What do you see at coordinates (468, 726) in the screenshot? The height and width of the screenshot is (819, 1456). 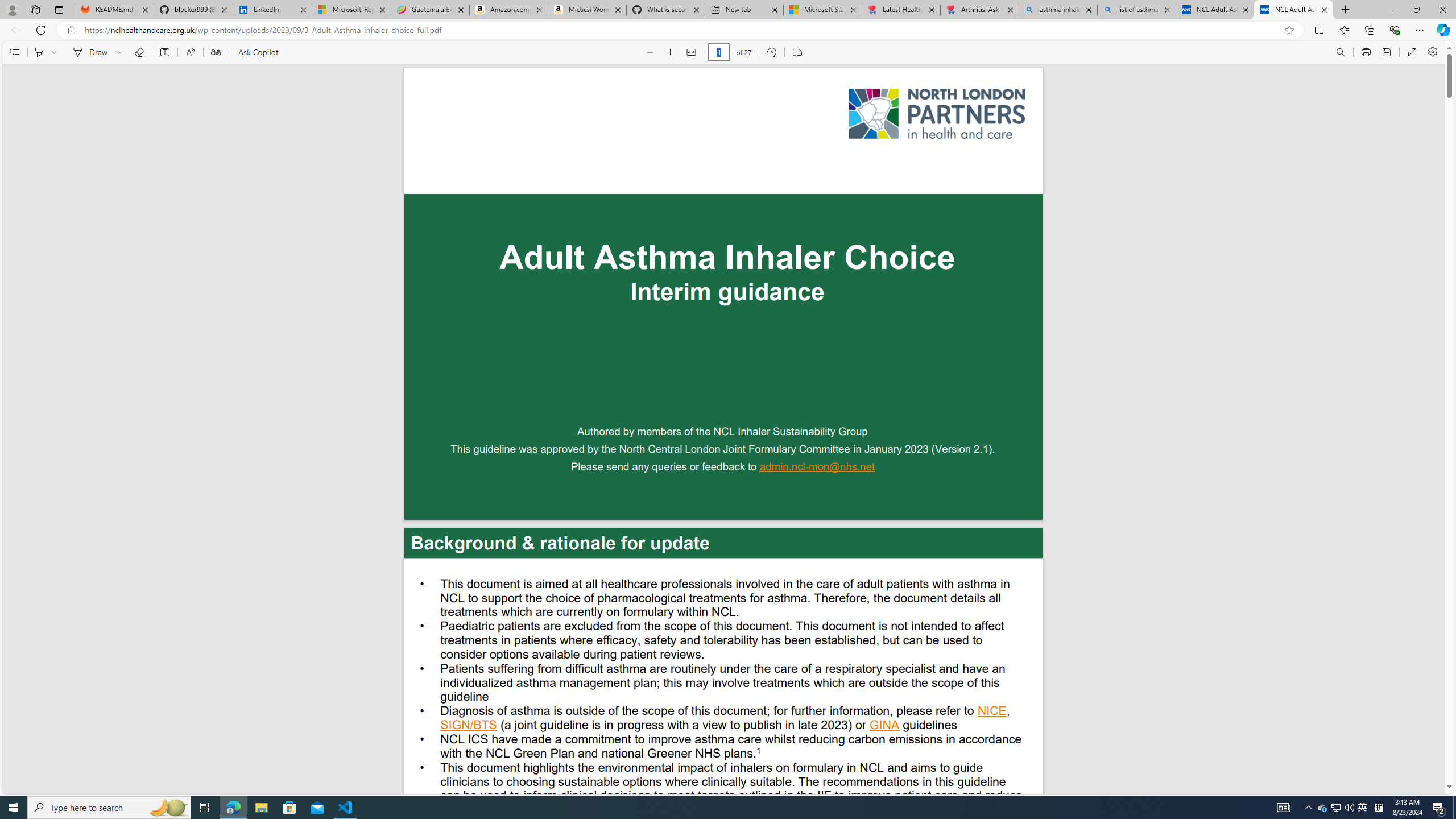 I see `'SIGN/BTS'` at bounding box center [468, 726].